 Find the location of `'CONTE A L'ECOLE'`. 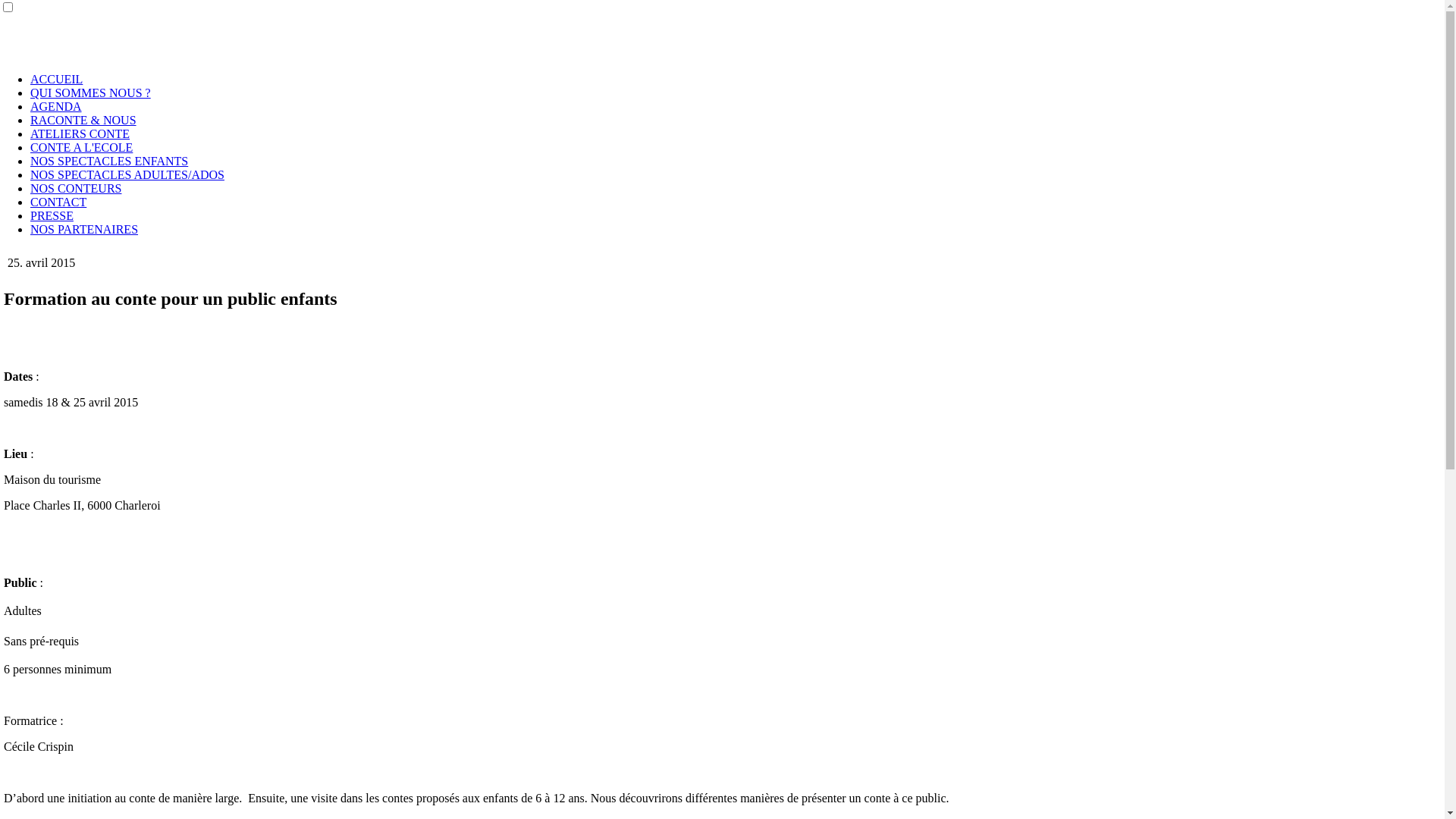

'CONTE A L'ECOLE' is located at coordinates (80, 147).